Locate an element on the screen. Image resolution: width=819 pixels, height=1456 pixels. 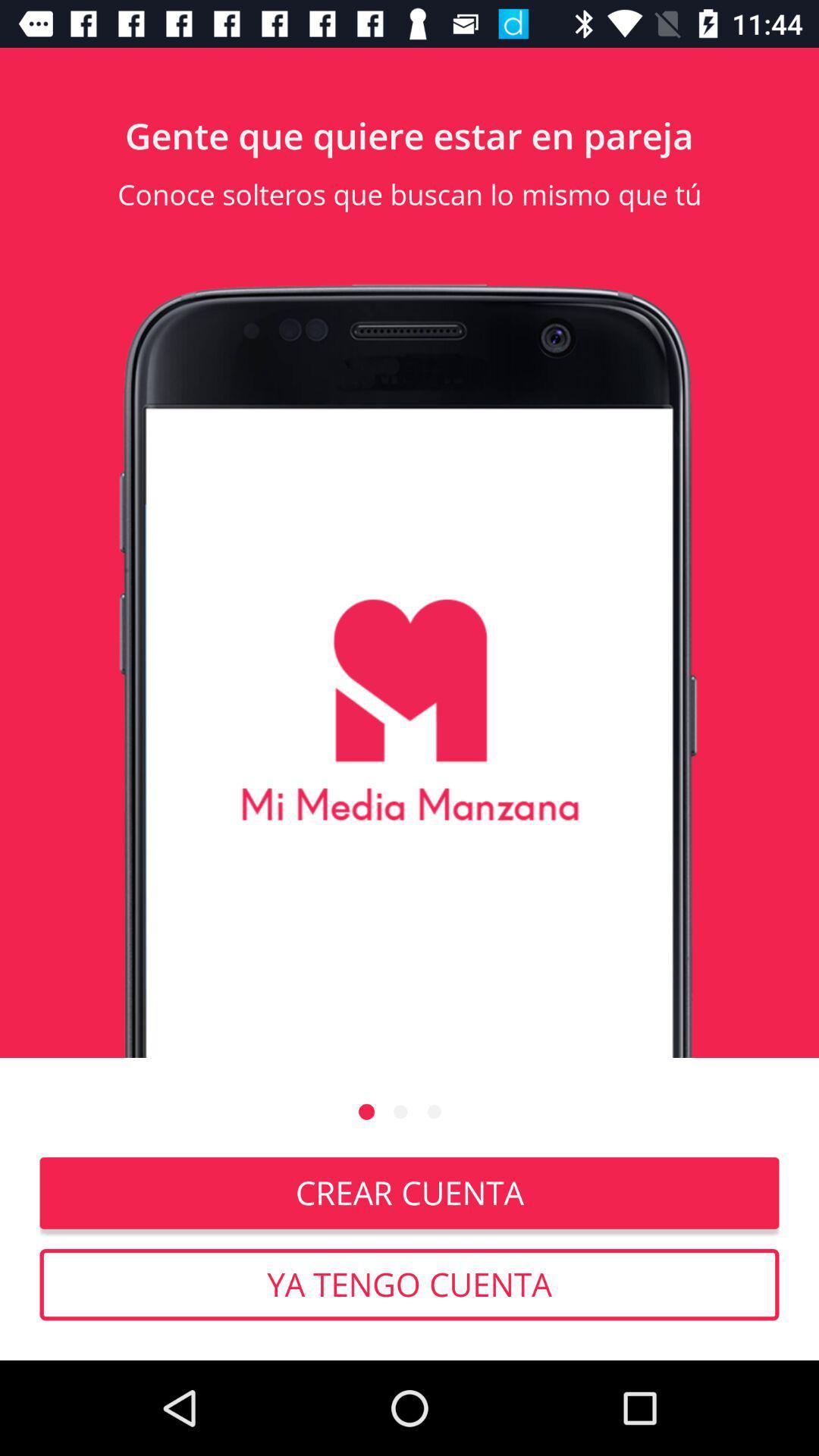
ya tengo cuenta icon is located at coordinates (409, 1284).